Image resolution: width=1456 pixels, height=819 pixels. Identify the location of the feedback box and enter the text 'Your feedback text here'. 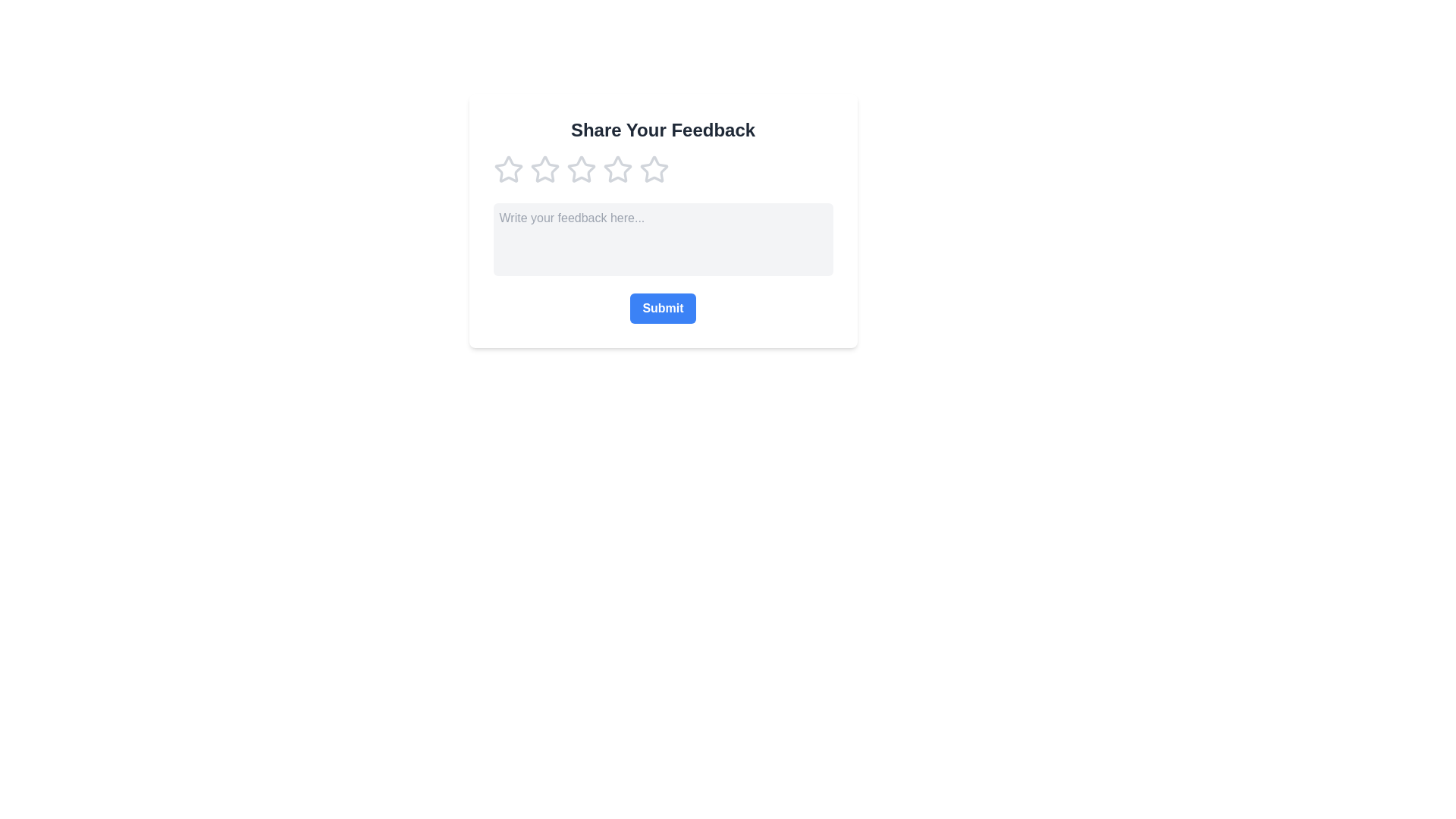
(663, 239).